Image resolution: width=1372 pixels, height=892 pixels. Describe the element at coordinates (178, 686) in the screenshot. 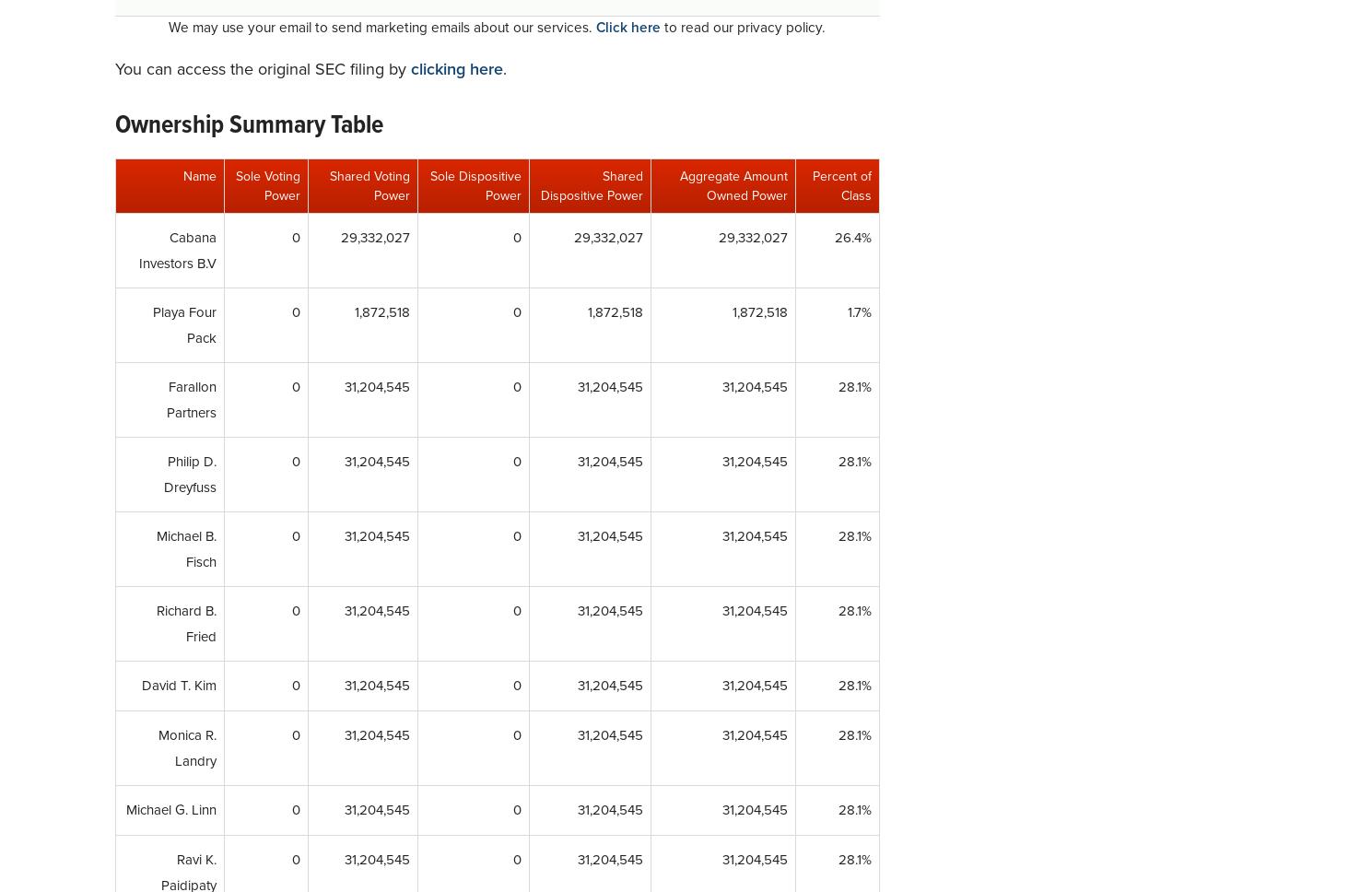

I see `'David T. Kim'` at that location.